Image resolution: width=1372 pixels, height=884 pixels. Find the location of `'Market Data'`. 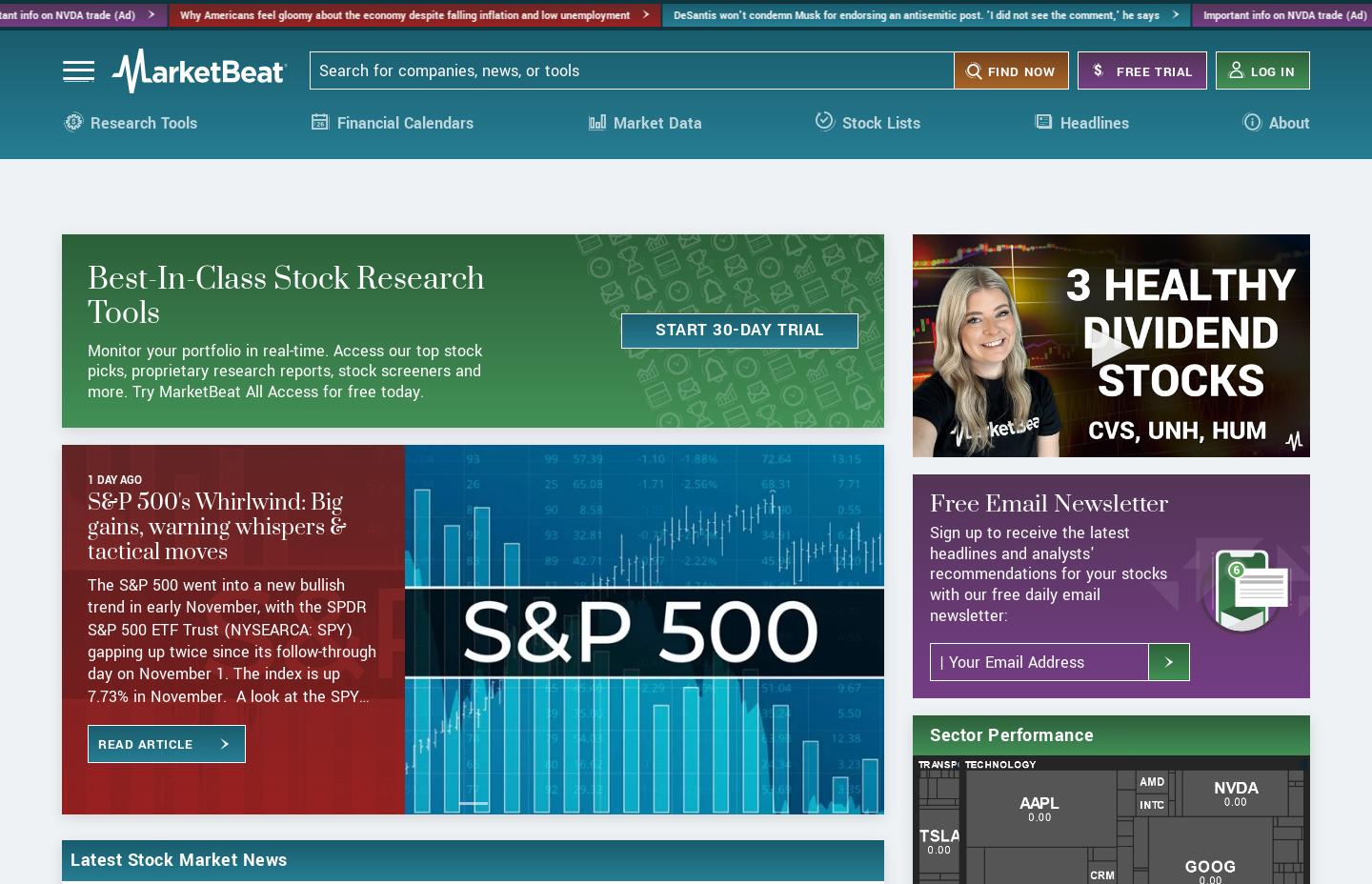

'Market Data' is located at coordinates (611, 138).